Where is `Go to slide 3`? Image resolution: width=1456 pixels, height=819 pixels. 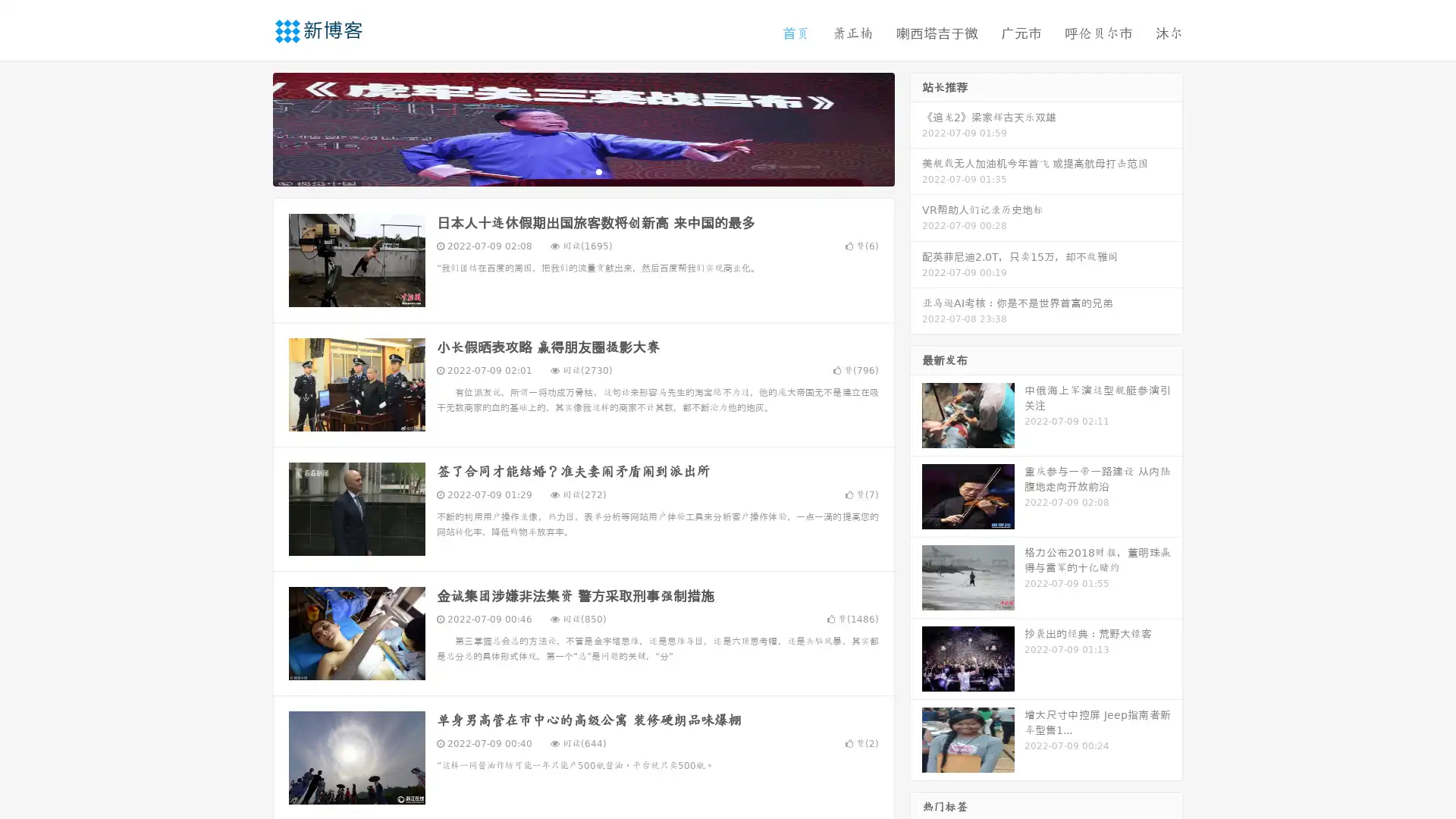
Go to slide 3 is located at coordinates (598, 171).